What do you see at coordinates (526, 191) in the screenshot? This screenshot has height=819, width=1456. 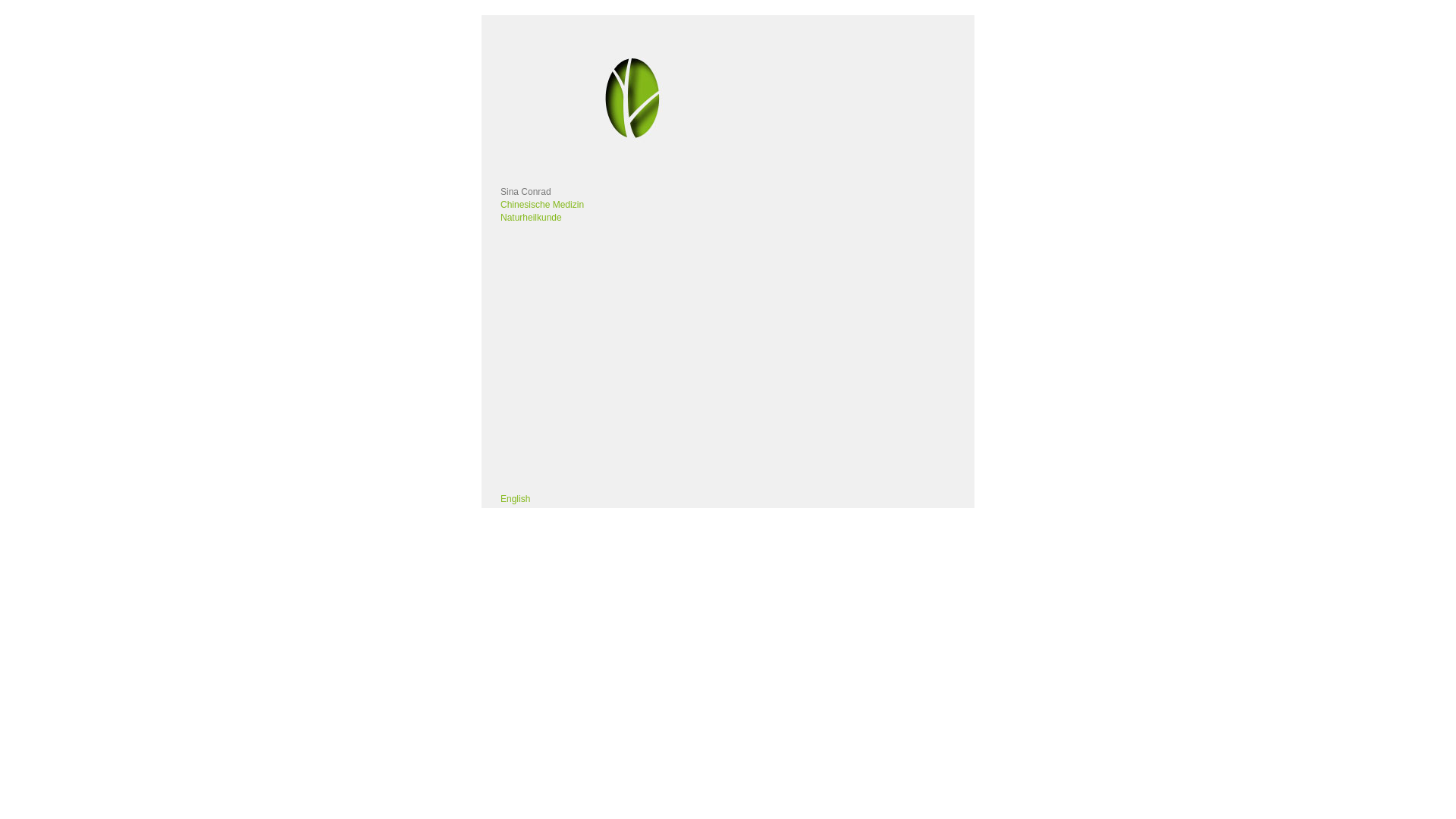 I see `'Sina Conrad'` at bounding box center [526, 191].